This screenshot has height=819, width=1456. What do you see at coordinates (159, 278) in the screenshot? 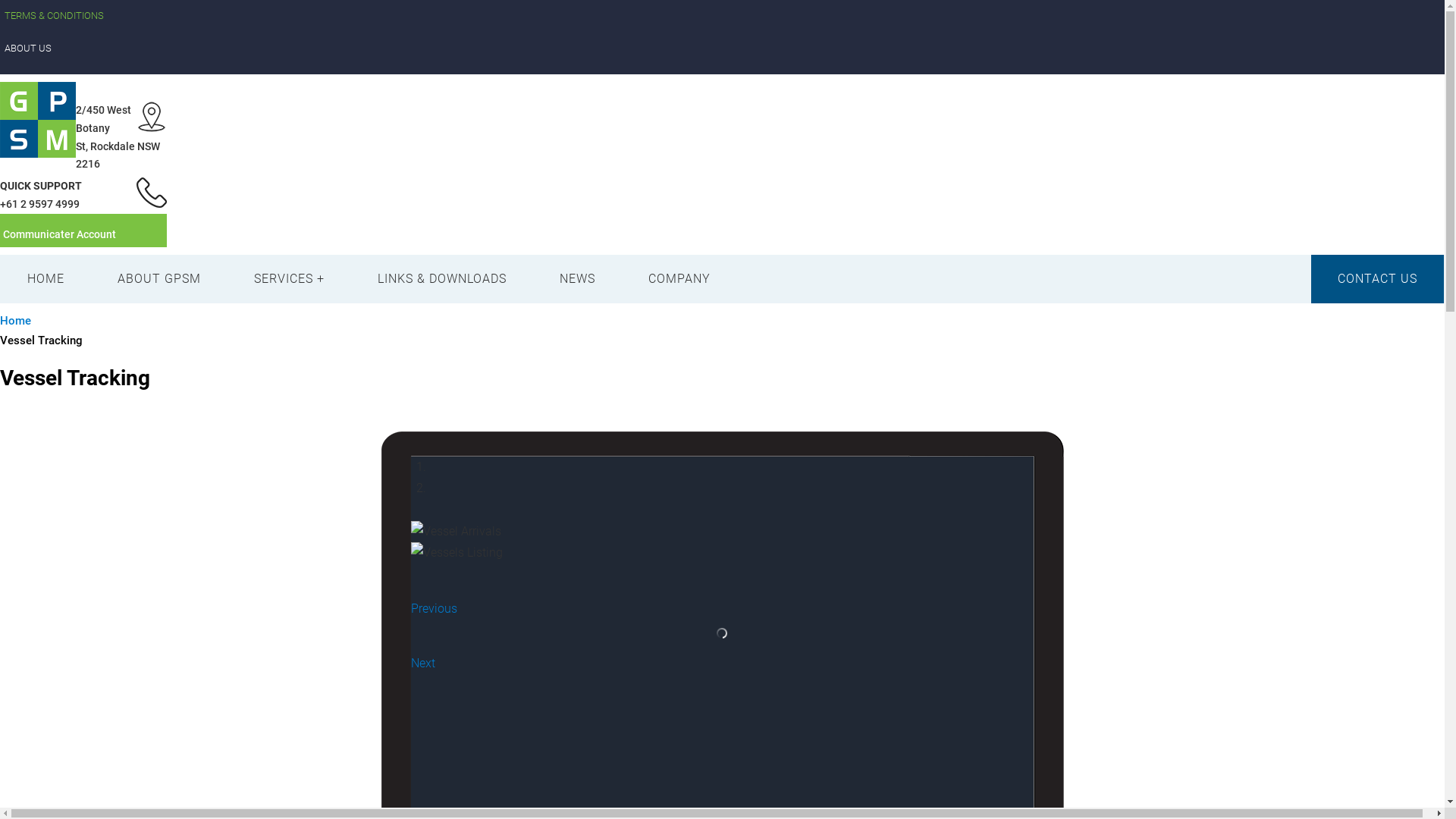
I see `'ABOUT GPSM'` at bounding box center [159, 278].